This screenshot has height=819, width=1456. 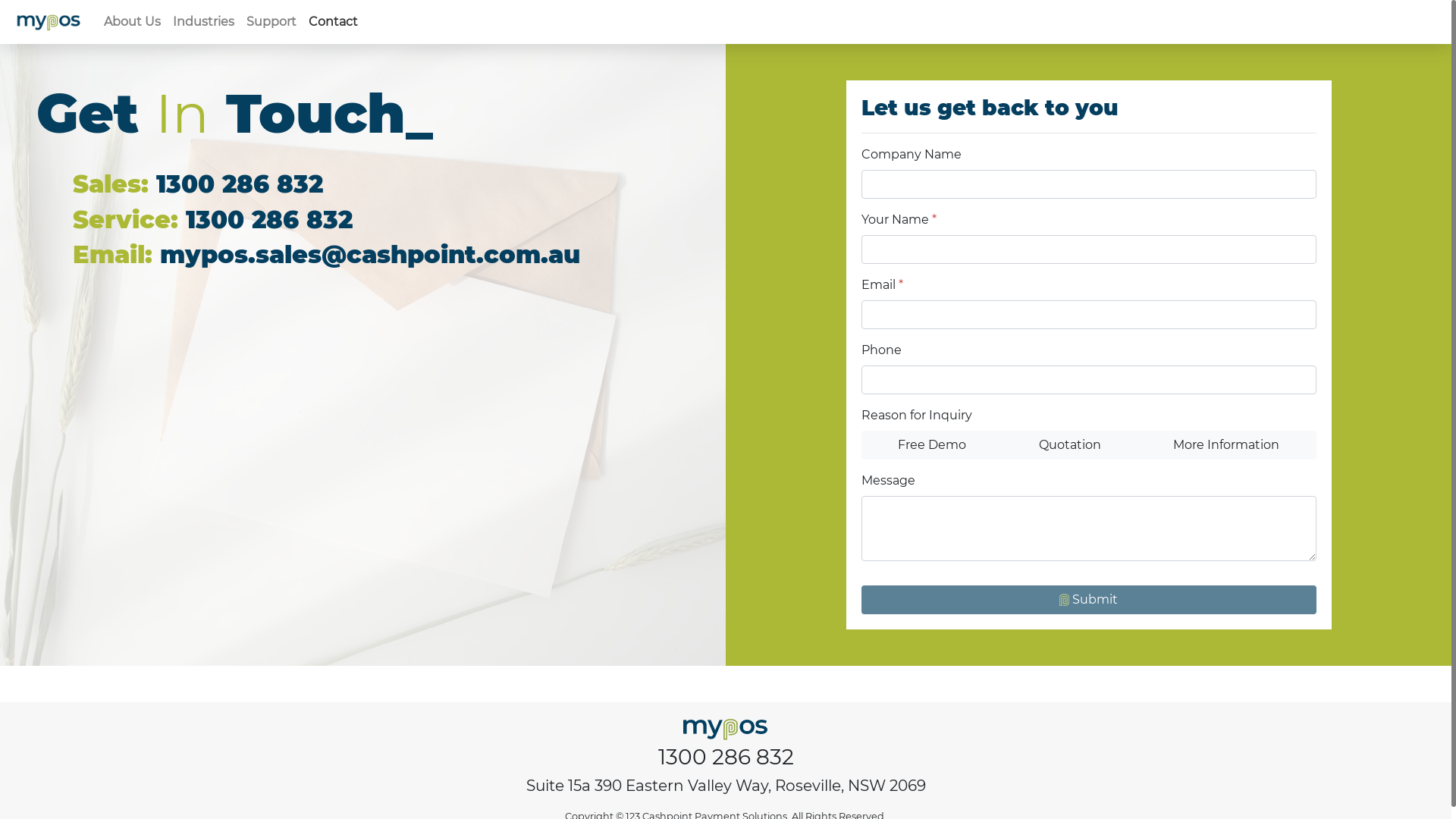 What do you see at coordinates (132, 22) in the screenshot?
I see `'About Us'` at bounding box center [132, 22].